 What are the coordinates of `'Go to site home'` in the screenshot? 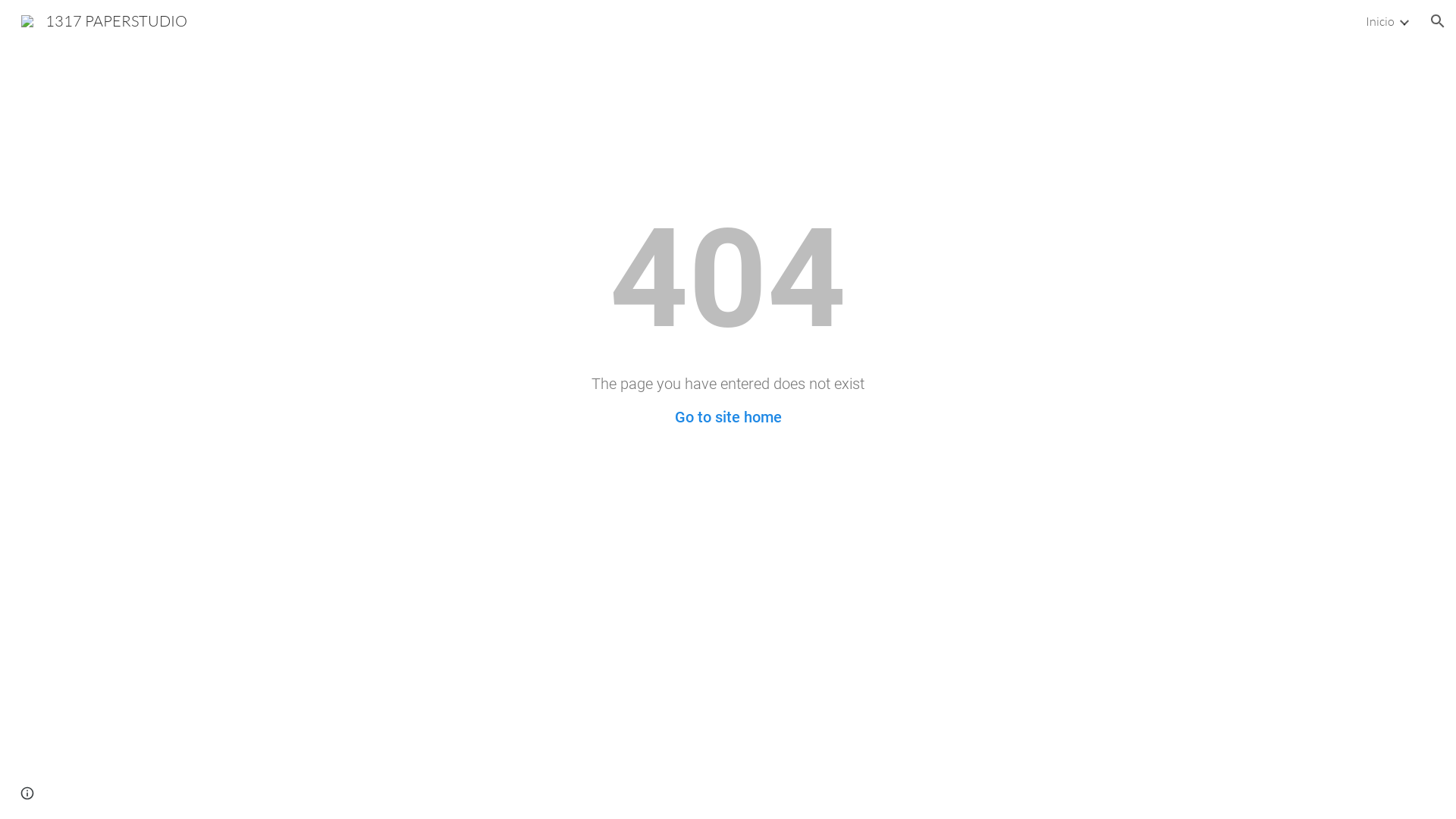 It's located at (728, 417).